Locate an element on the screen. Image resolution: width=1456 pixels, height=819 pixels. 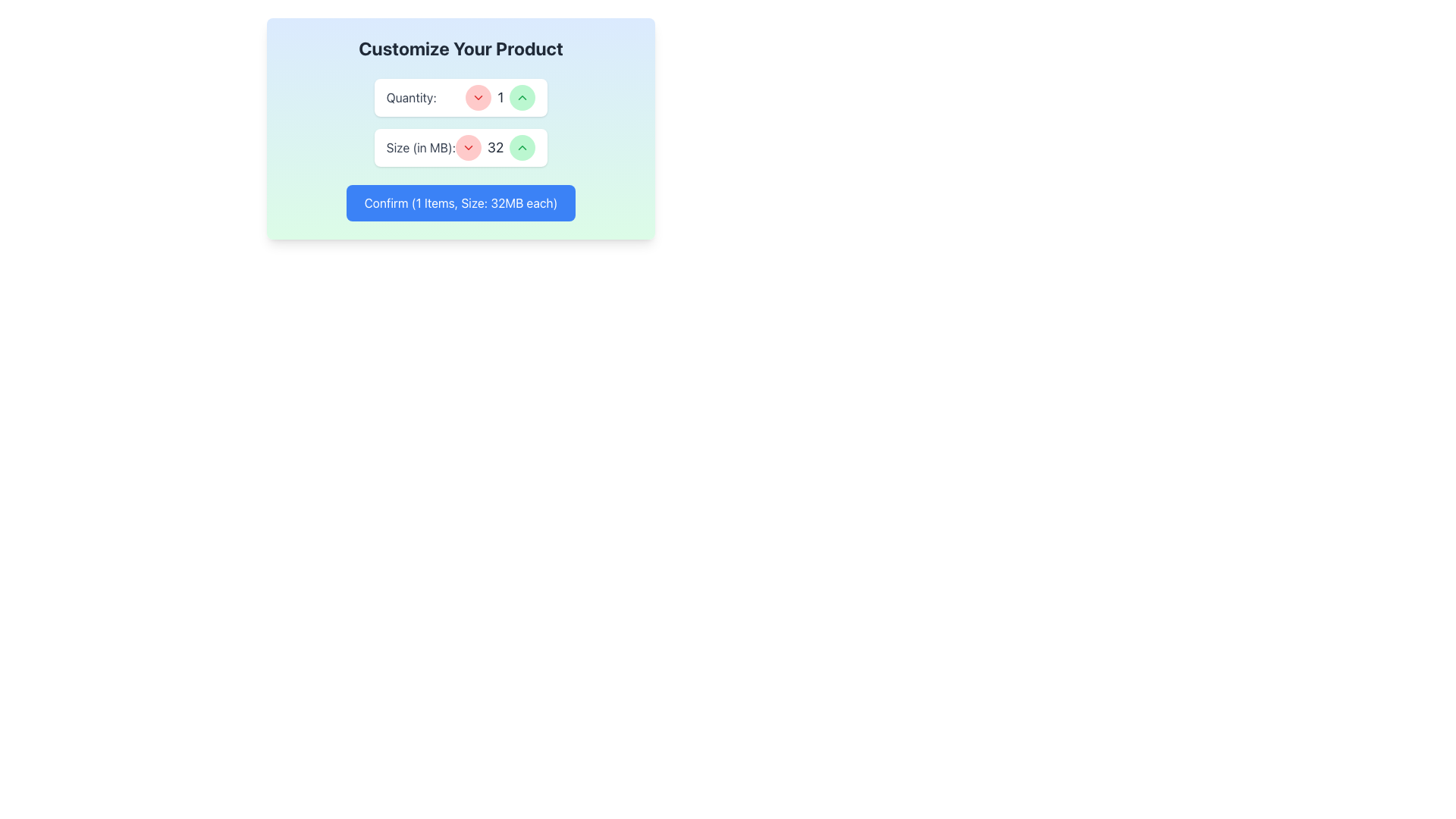
the circular button with a downward-pointing chevron icon, located beside the number '32' in the 'Size (in MB):' section, to decrease the value is located at coordinates (468, 148).